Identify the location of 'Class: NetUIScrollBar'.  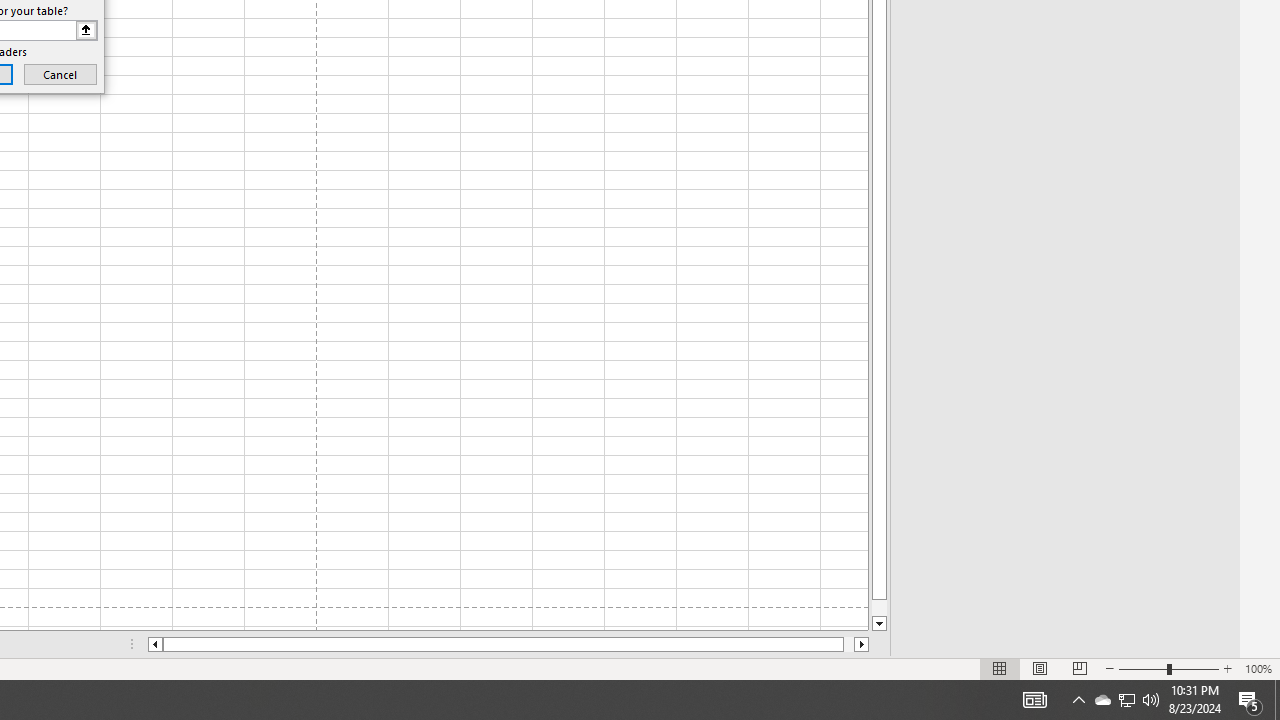
(508, 644).